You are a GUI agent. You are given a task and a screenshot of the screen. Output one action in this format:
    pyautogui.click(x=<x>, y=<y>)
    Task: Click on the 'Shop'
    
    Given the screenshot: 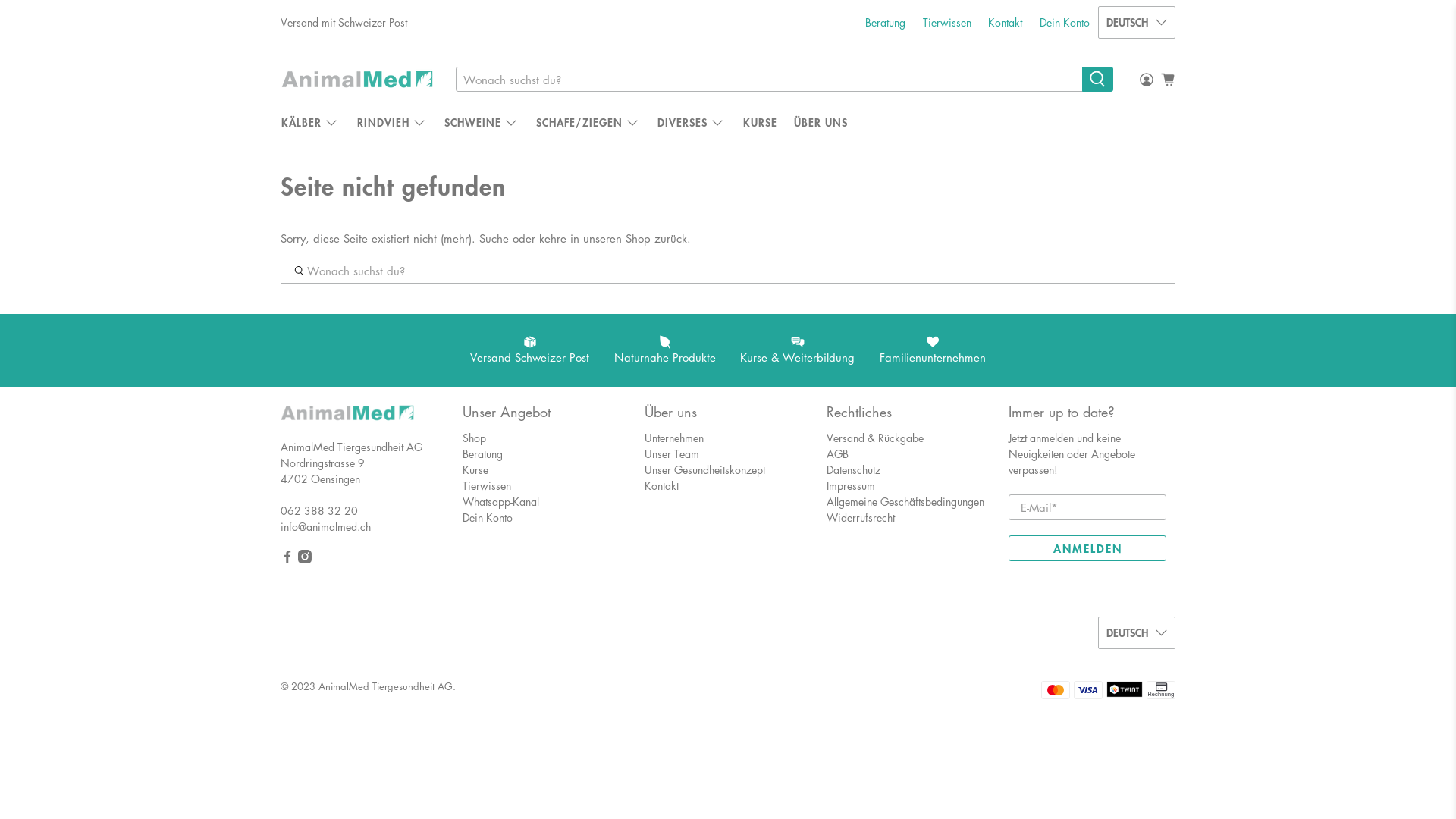 What is the action you would take?
    pyautogui.click(x=473, y=438)
    